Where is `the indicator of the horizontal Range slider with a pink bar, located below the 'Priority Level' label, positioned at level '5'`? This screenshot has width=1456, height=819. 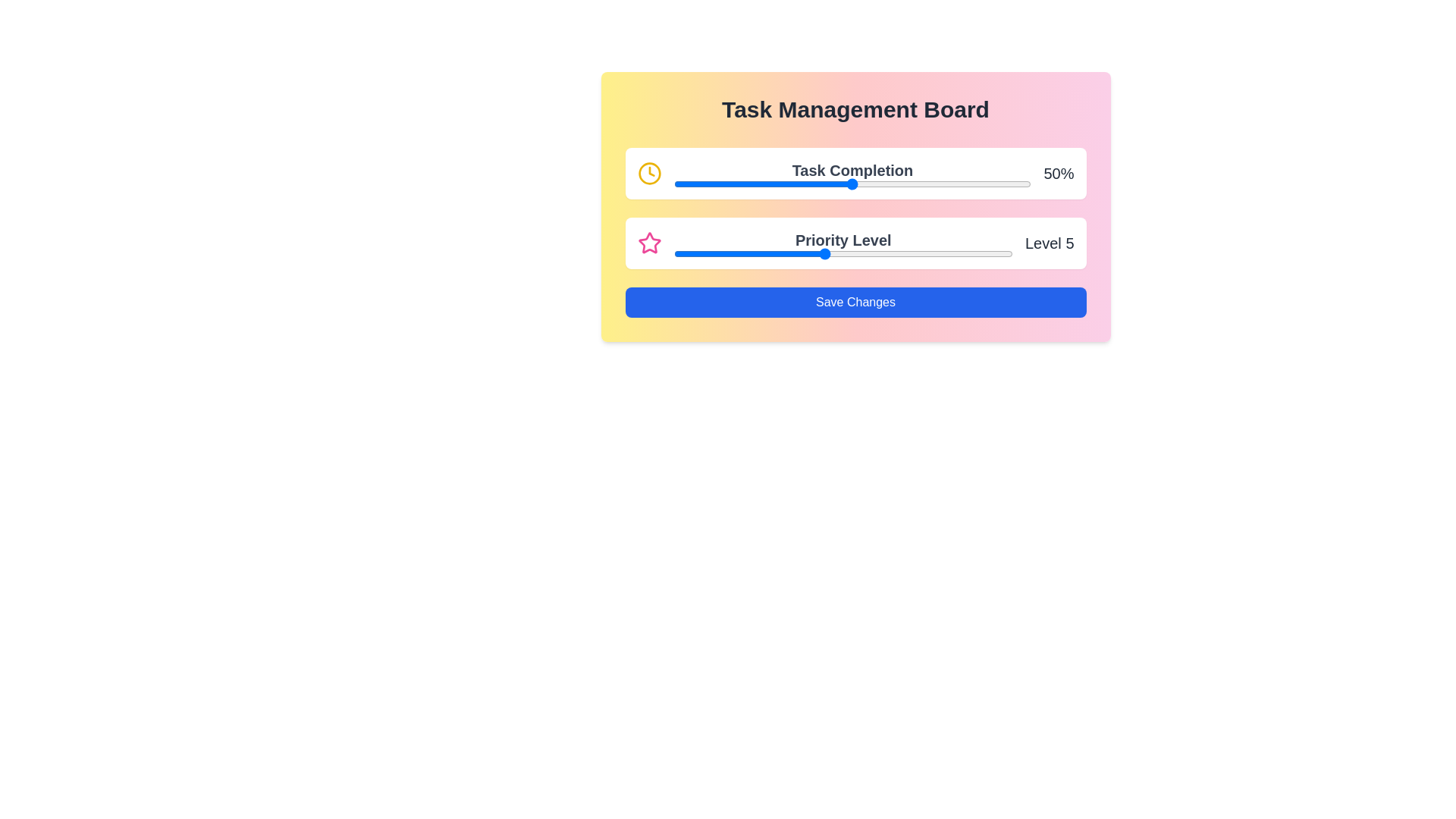 the indicator of the horizontal Range slider with a pink bar, located below the 'Priority Level' label, positioned at level '5' is located at coordinates (843, 253).